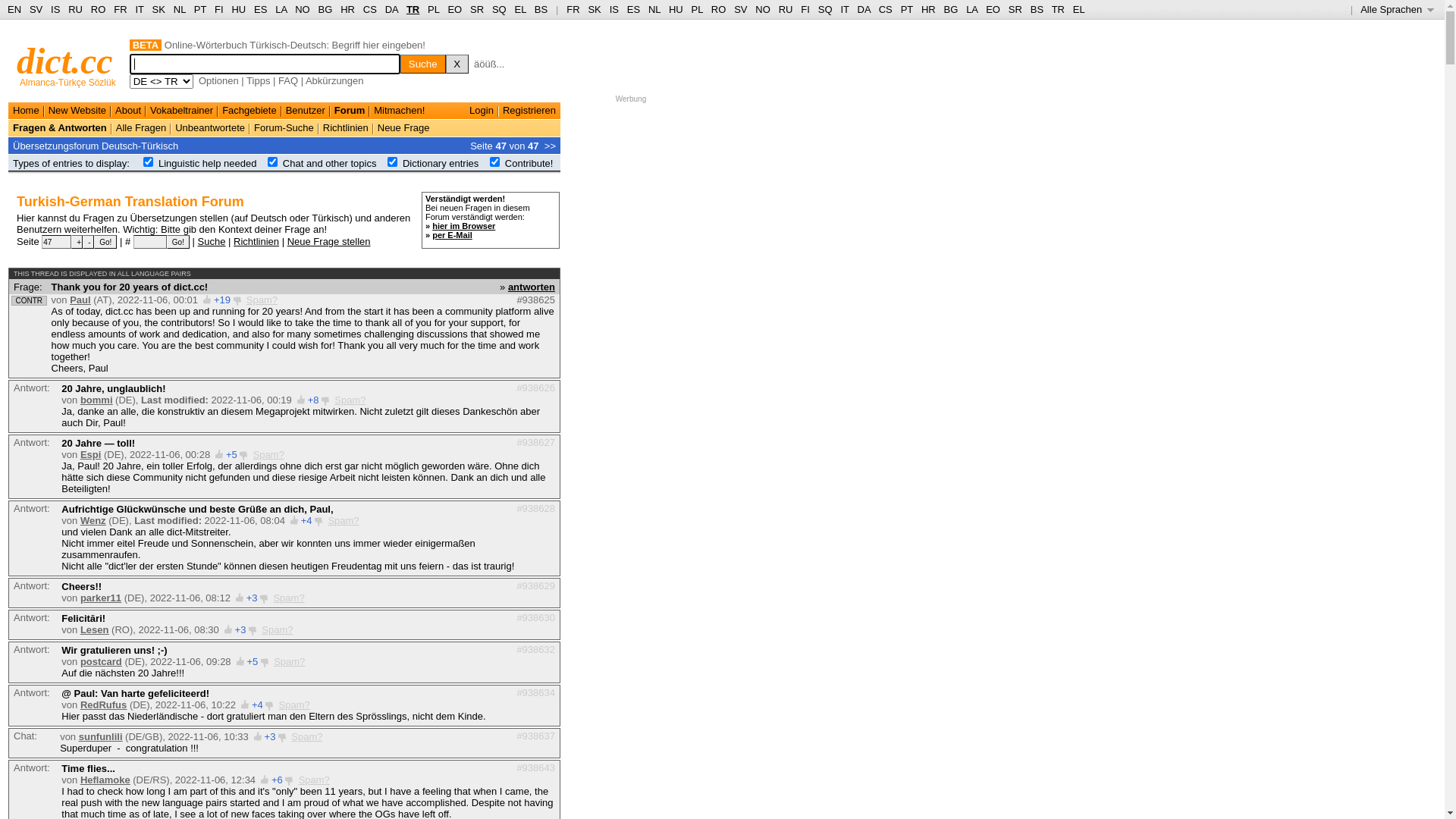  I want to click on 'DA', so click(391, 9).